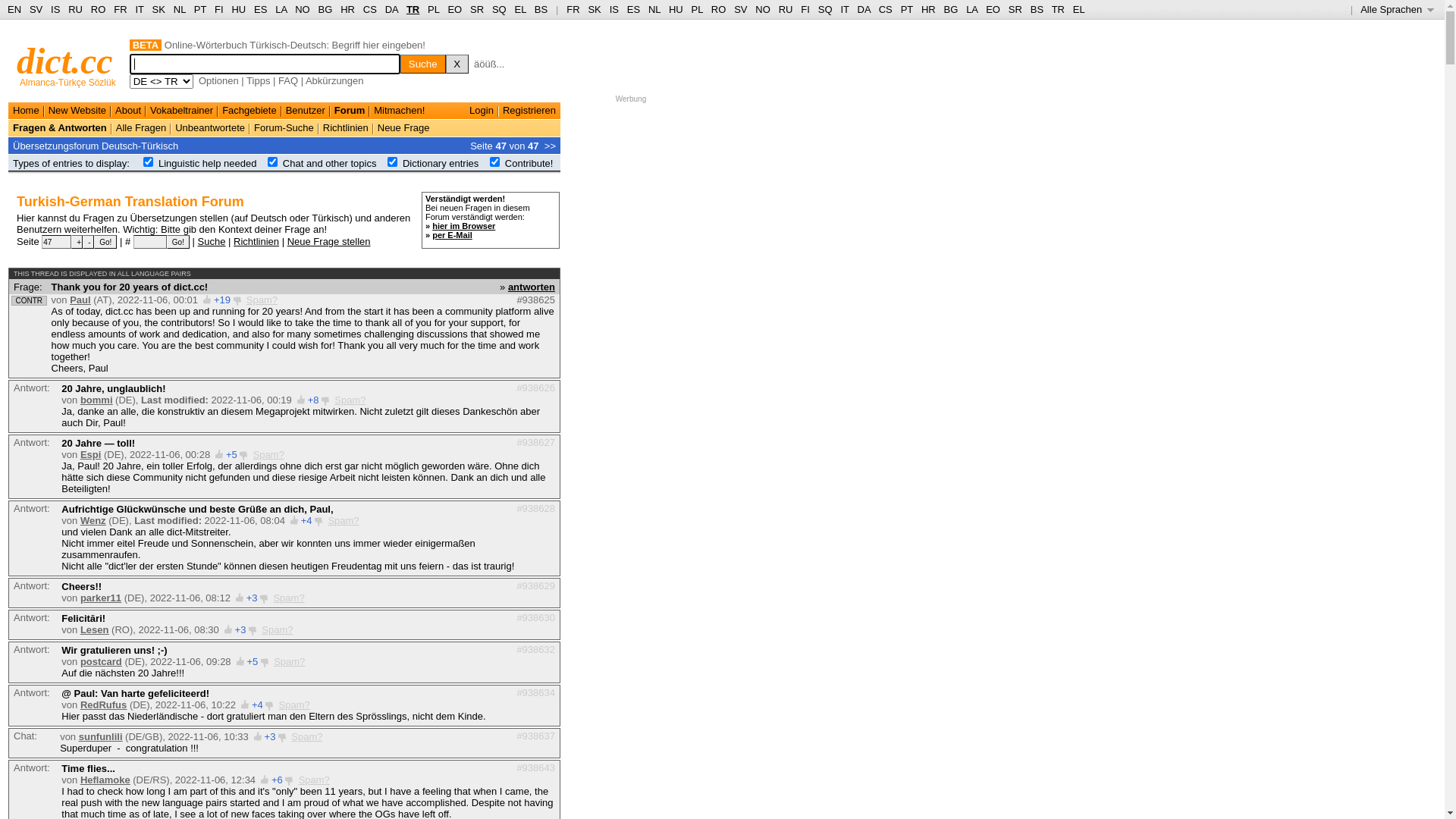  I want to click on 'DA', so click(391, 9).